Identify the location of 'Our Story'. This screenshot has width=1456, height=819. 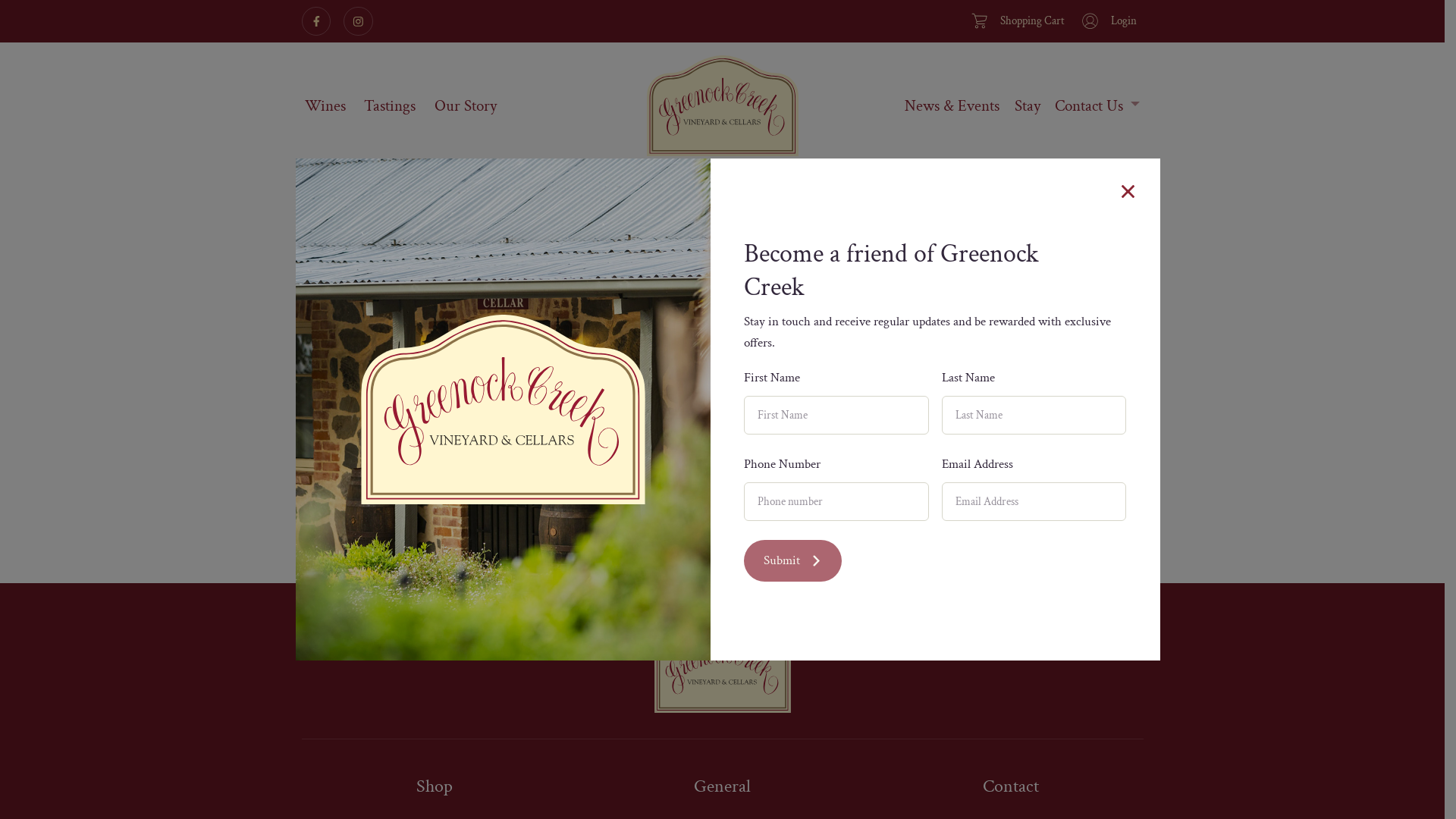
(464, 105).